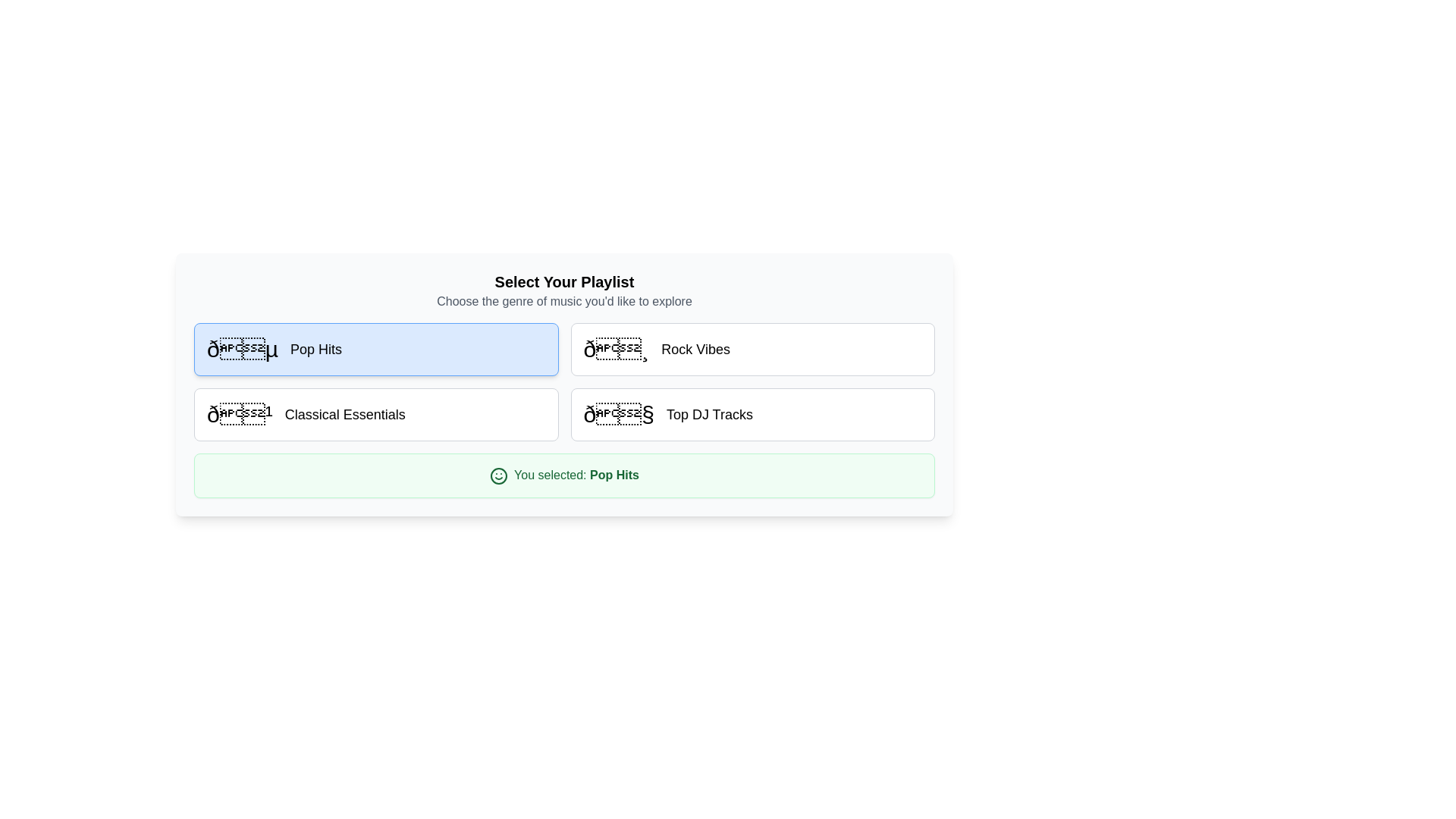 This screenshot has width=1456, height=819. What do you see at coordinates (243, 350) in the screenshot?
I see `the large music note emoji symbol, which is styled in bold and located to the left of the 'Pop Hits' label within a blue rectangular button` at bounding box center [243, 350].